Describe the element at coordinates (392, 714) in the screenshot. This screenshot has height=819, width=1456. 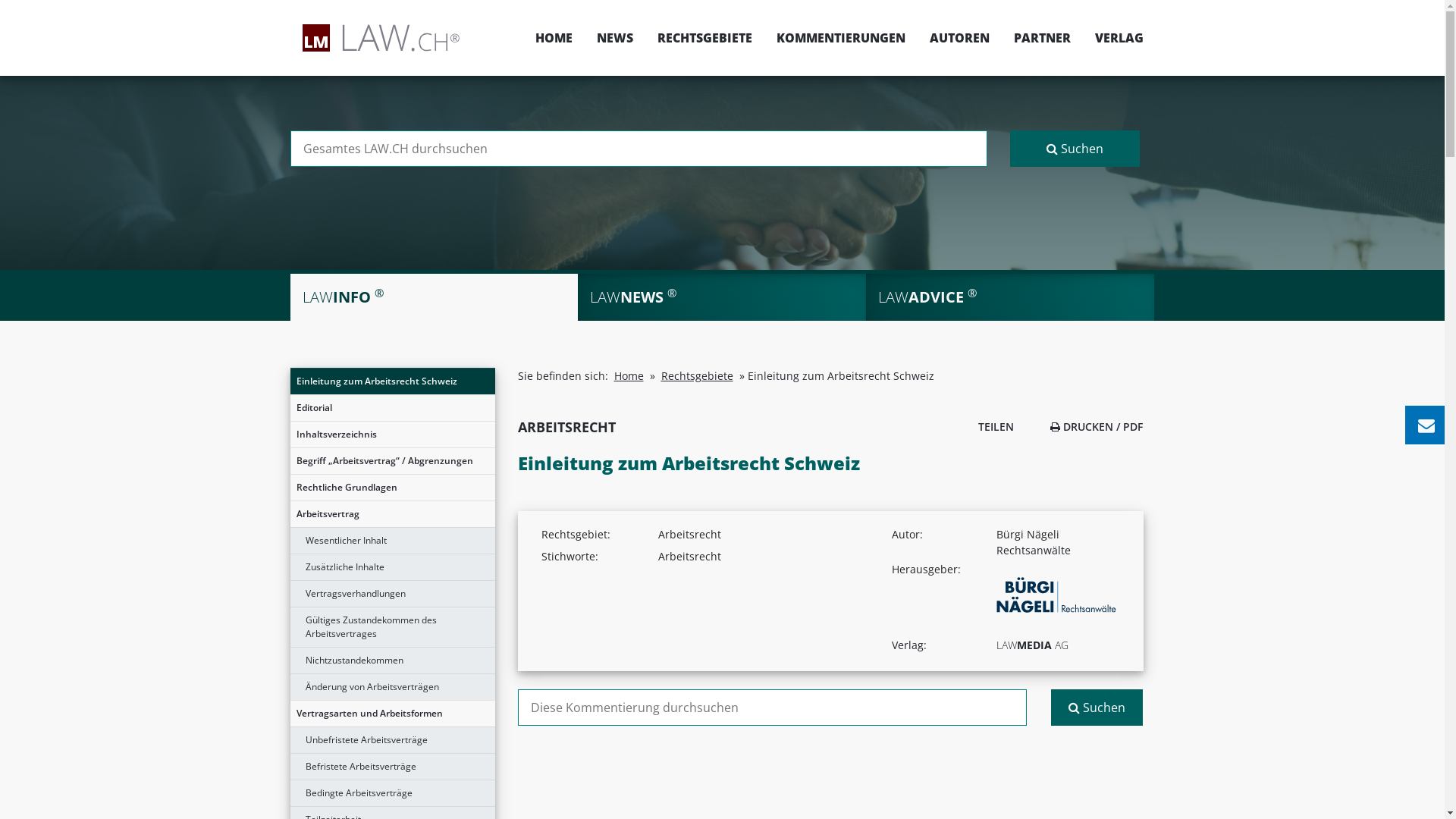
I see `'Vertragsarten und Arbeitsformen'` at that location.